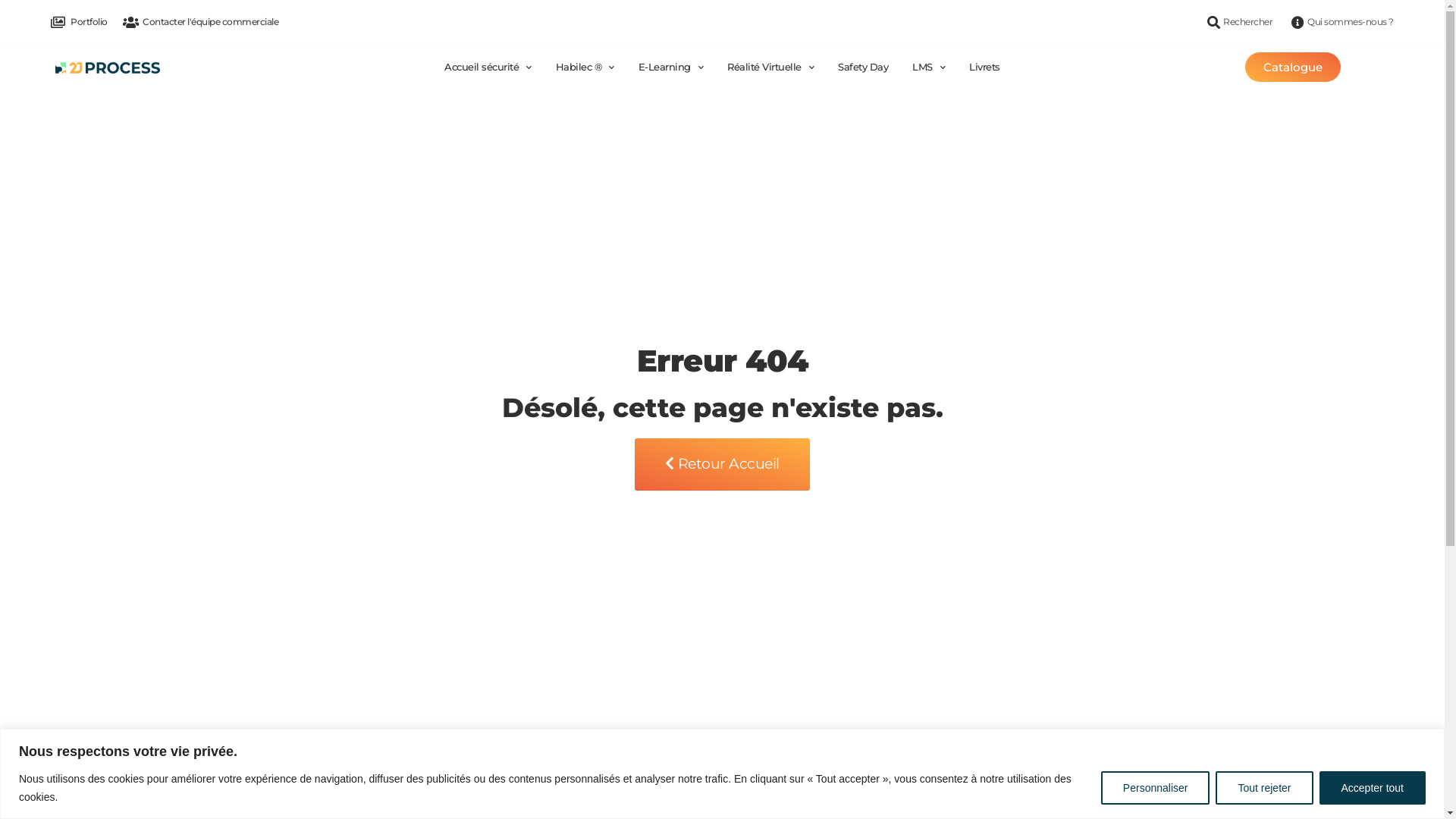 This screenshot has width=1456, height=819. What do you see at coordinates (1373, 786) in the screenshot?
I see `'Accepter tout'` at bounding box center [1373, 786].